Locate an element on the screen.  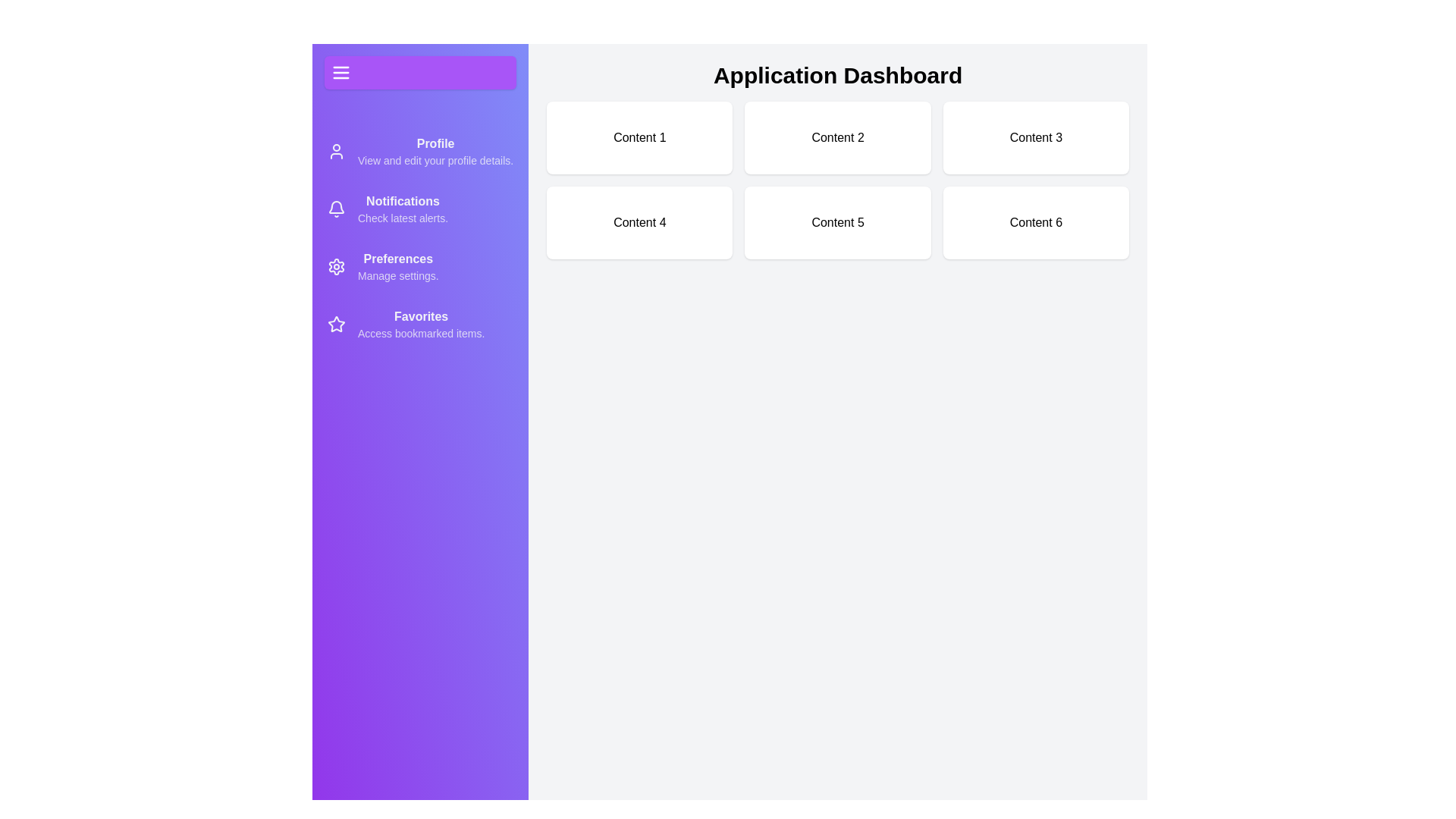
the menu item Notifications to view its hover effect is located at coordinates (420, 209).